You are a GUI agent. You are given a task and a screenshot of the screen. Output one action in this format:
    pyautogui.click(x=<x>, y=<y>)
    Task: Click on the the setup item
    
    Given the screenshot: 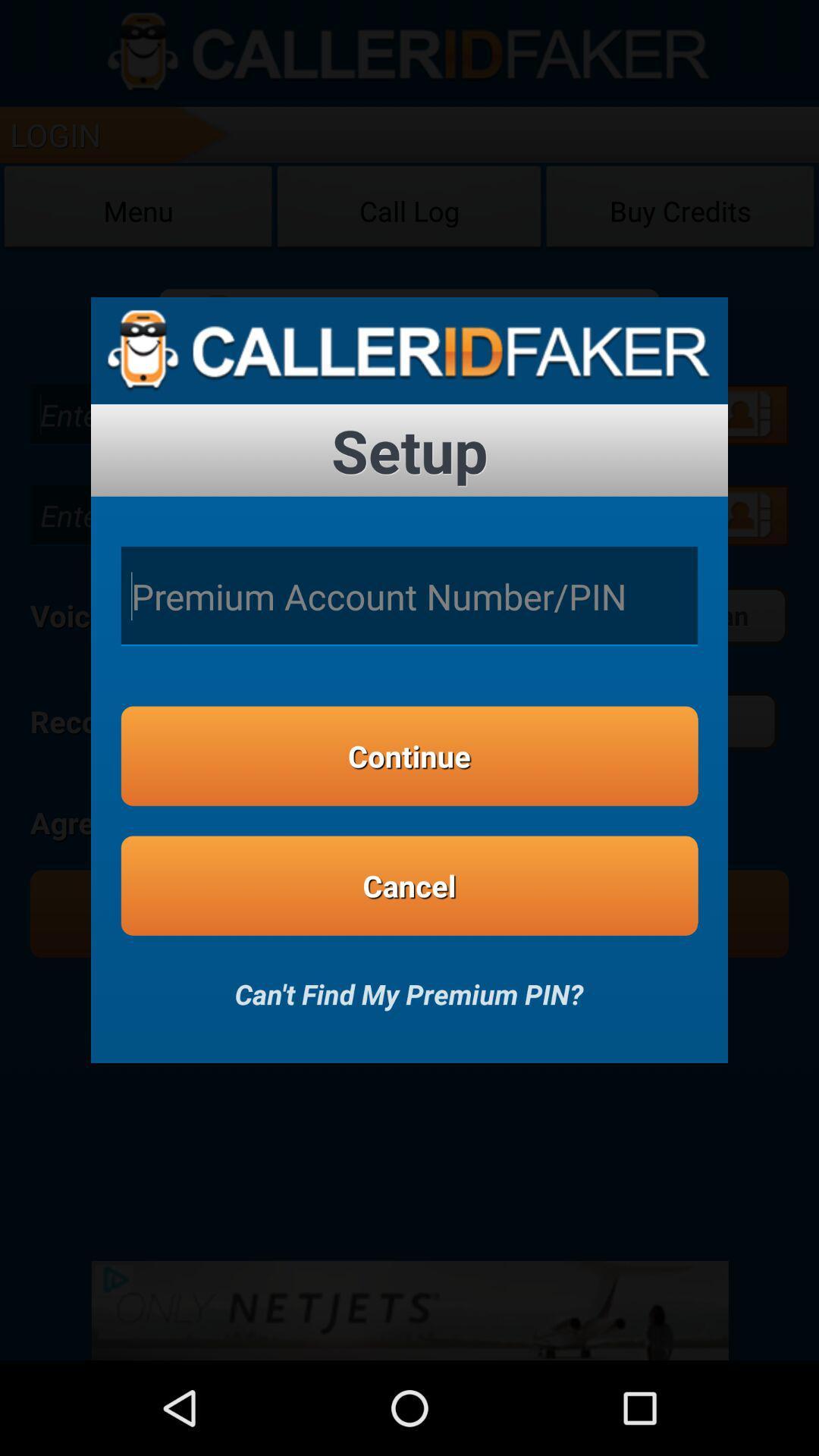 What is the action you would take?
    pyautogui.click(x=409, y=450)
    